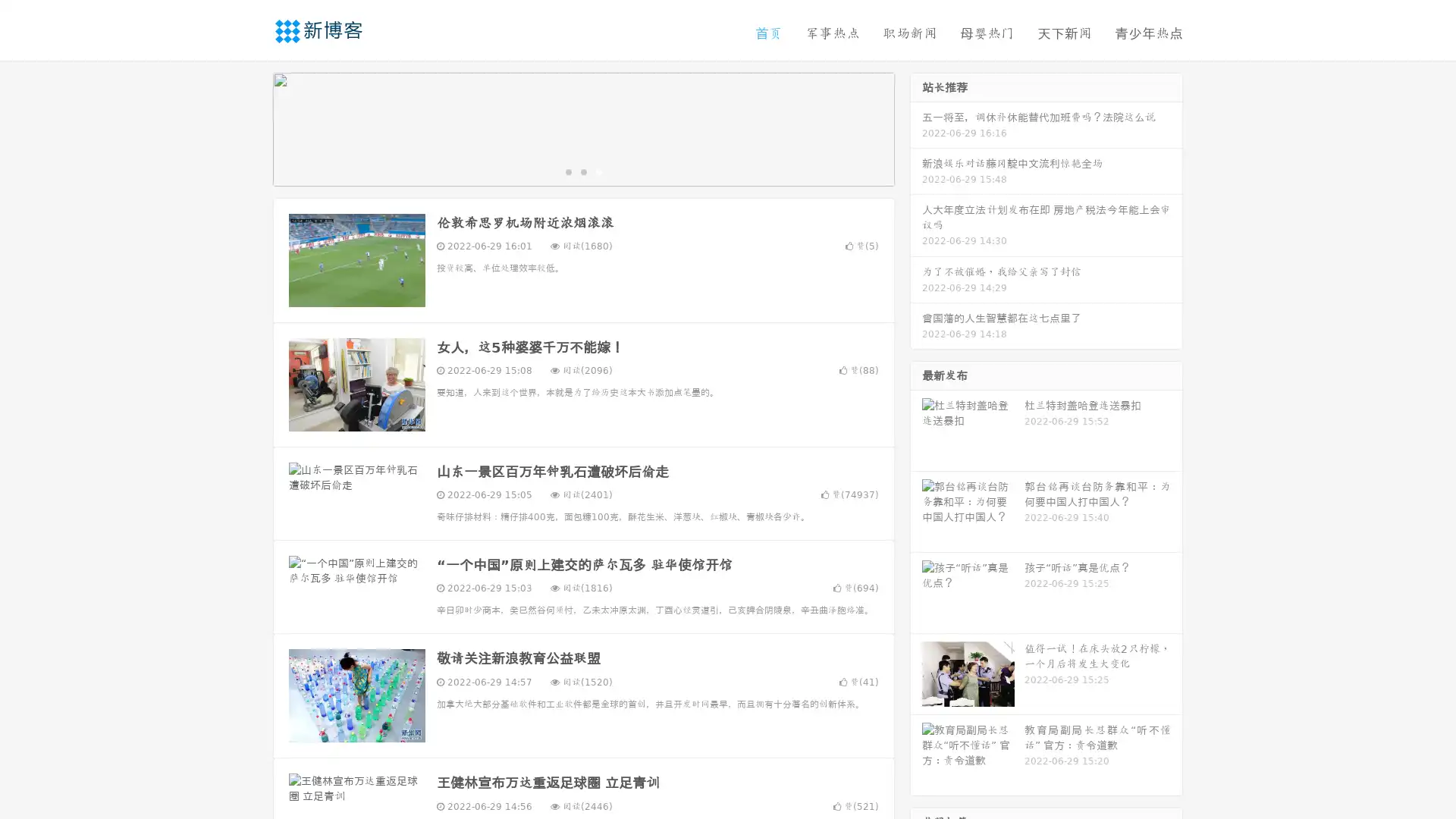 This screenshot has width=1456, height=819. What do you see at coordinates (916, 127) in the screenshot?
I see `Next slide` at bounding box center [916, 127].